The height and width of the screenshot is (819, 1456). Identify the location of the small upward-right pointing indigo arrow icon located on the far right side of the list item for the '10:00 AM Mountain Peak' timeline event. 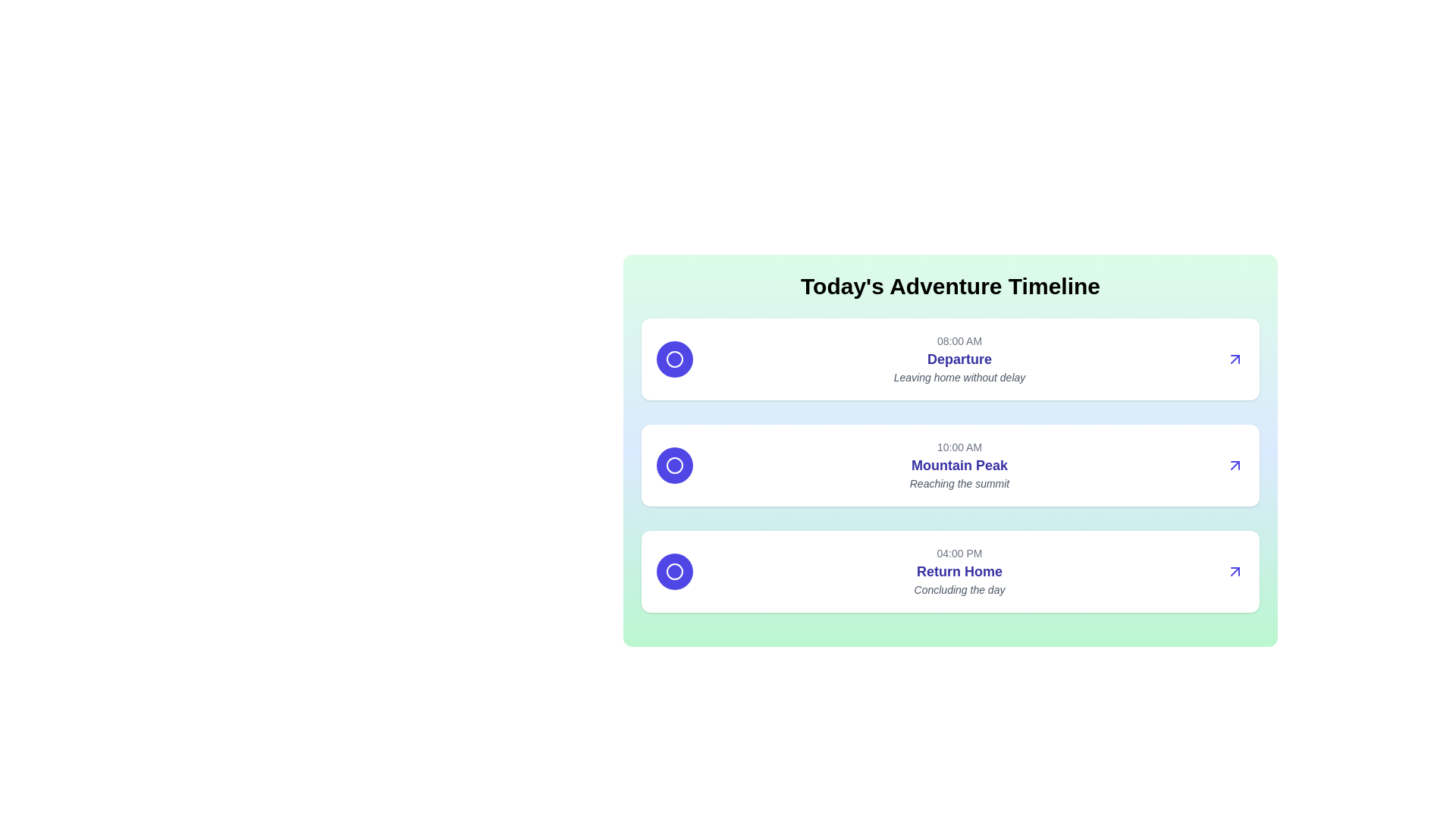
(1235, 464).